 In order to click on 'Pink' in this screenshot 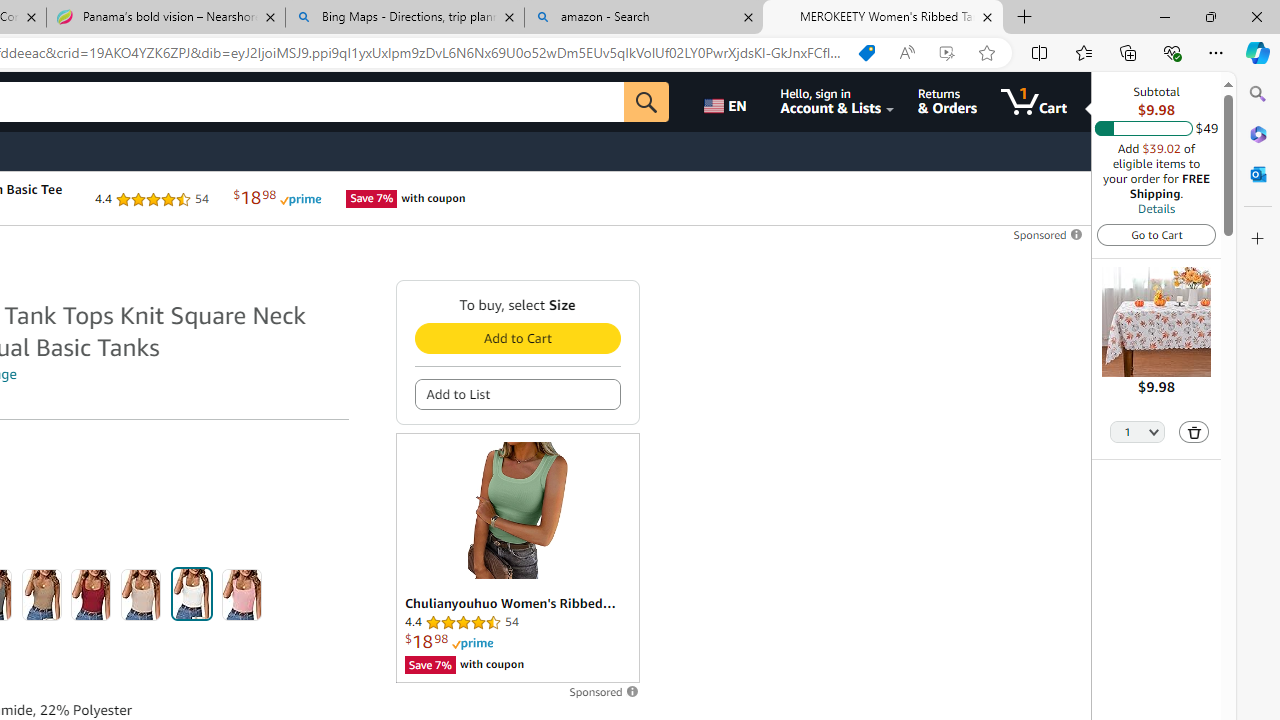, I will do `click(241, 594)`.